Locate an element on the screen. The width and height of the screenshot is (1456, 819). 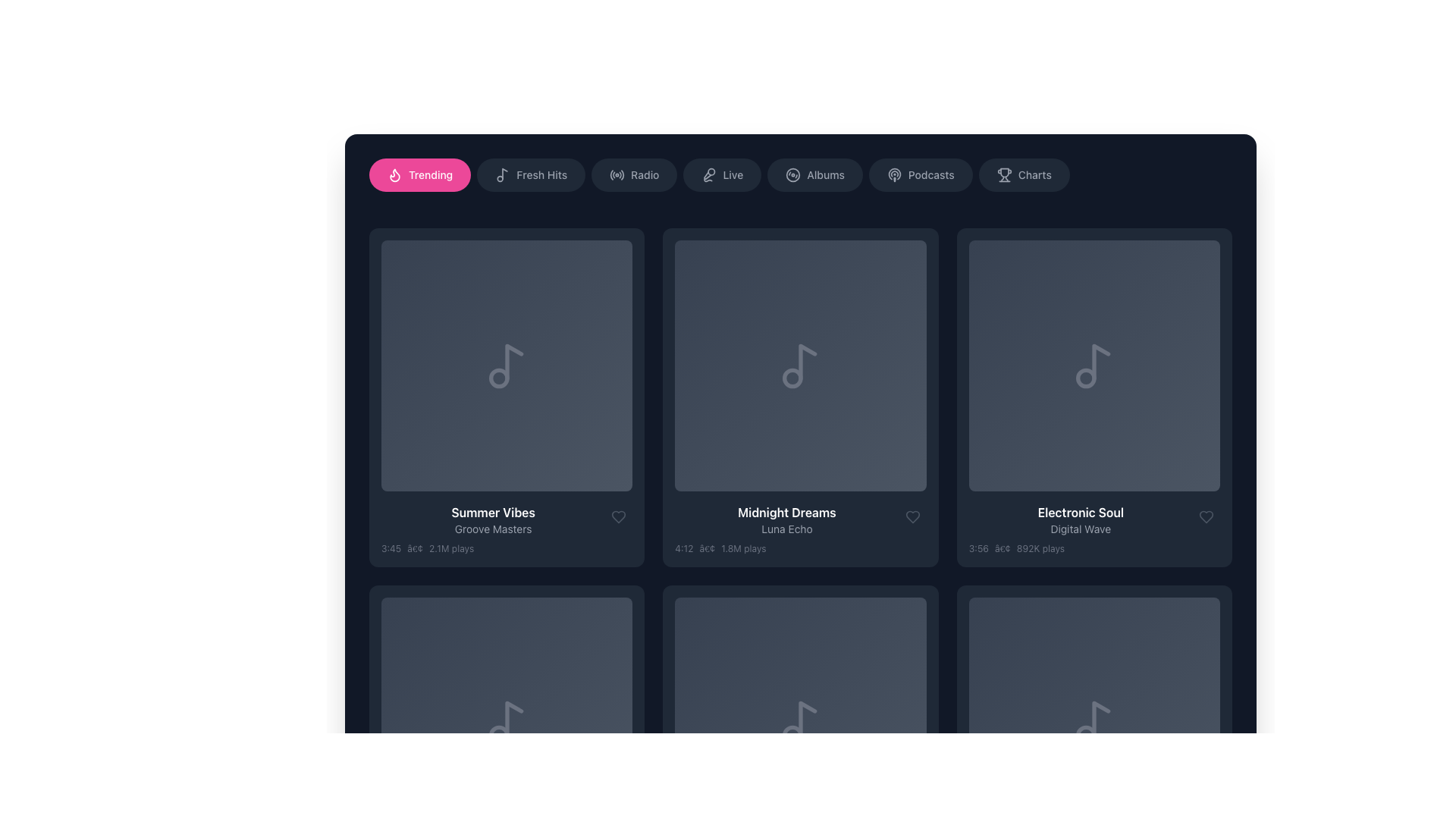
the 'Fresh Hits' button, which is styled with a dark gray background and gray text, located in the horizontal navigation bar as the second option from the left is located at coordinates (531, 174).